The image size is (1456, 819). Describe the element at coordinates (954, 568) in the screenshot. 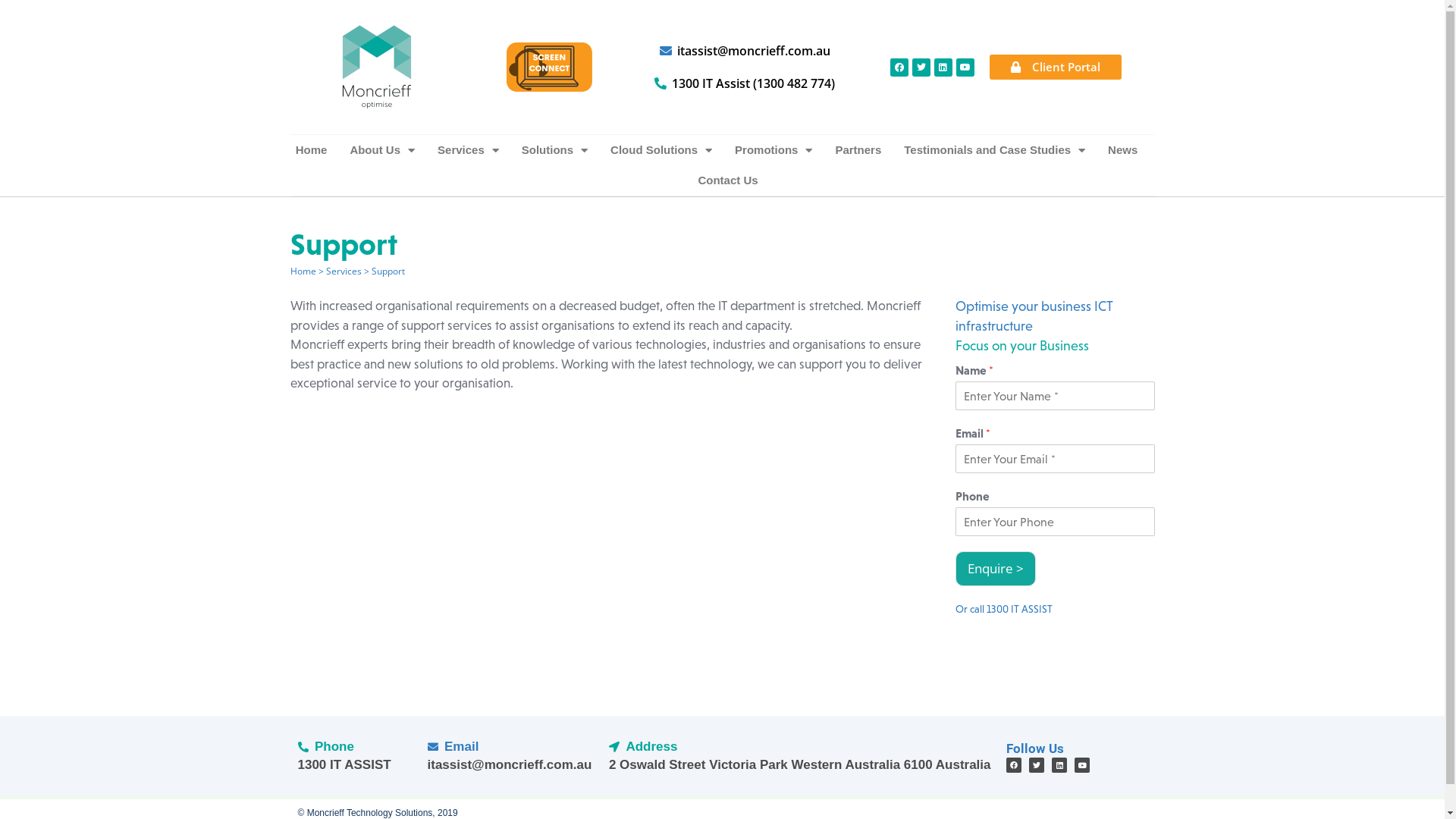

I see `'Enquire >'` at that location.